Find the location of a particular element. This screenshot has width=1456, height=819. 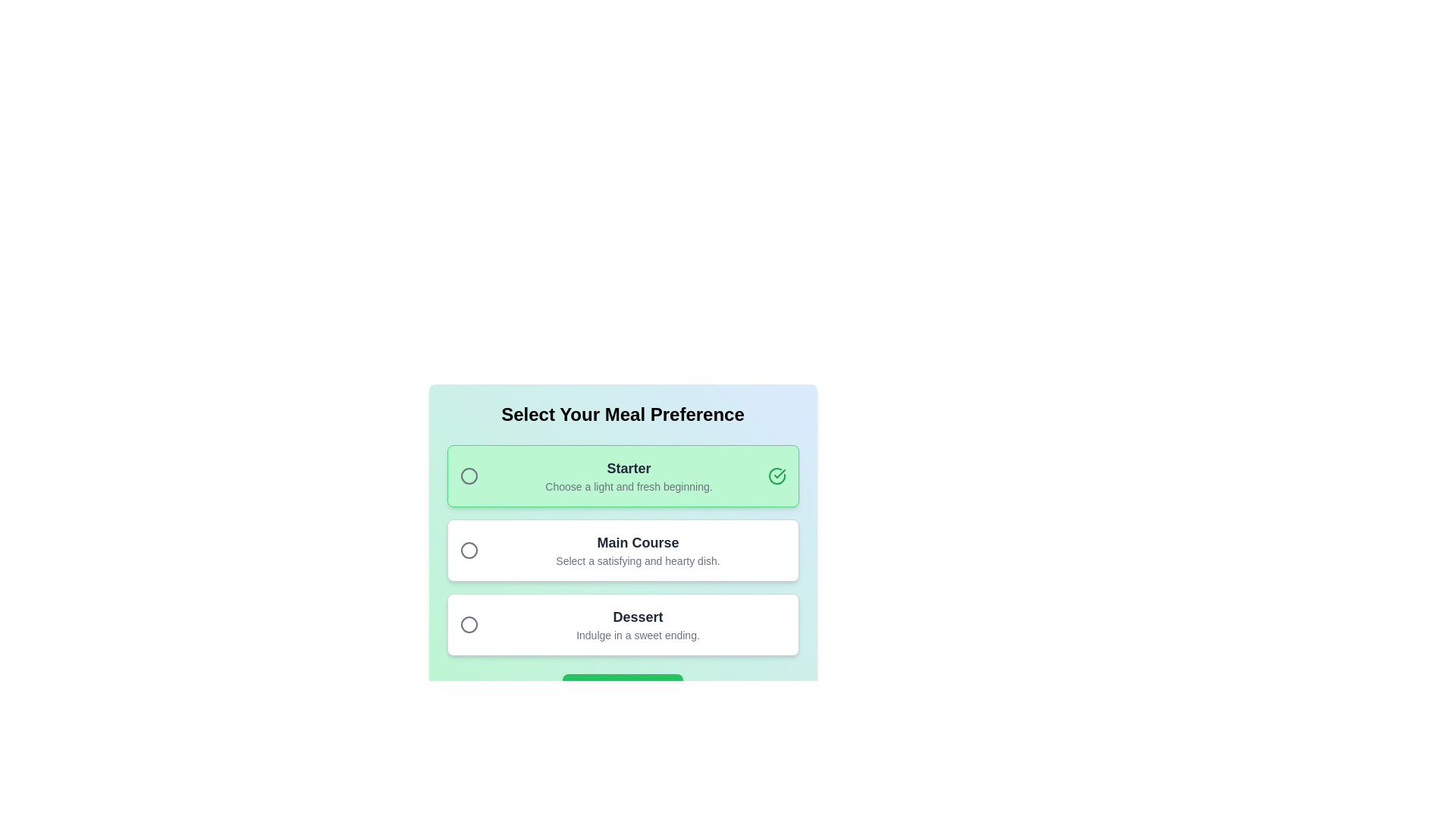

the SVG circle used as a radio button for the 'Dessert' option is located at coordinates (468, 625).